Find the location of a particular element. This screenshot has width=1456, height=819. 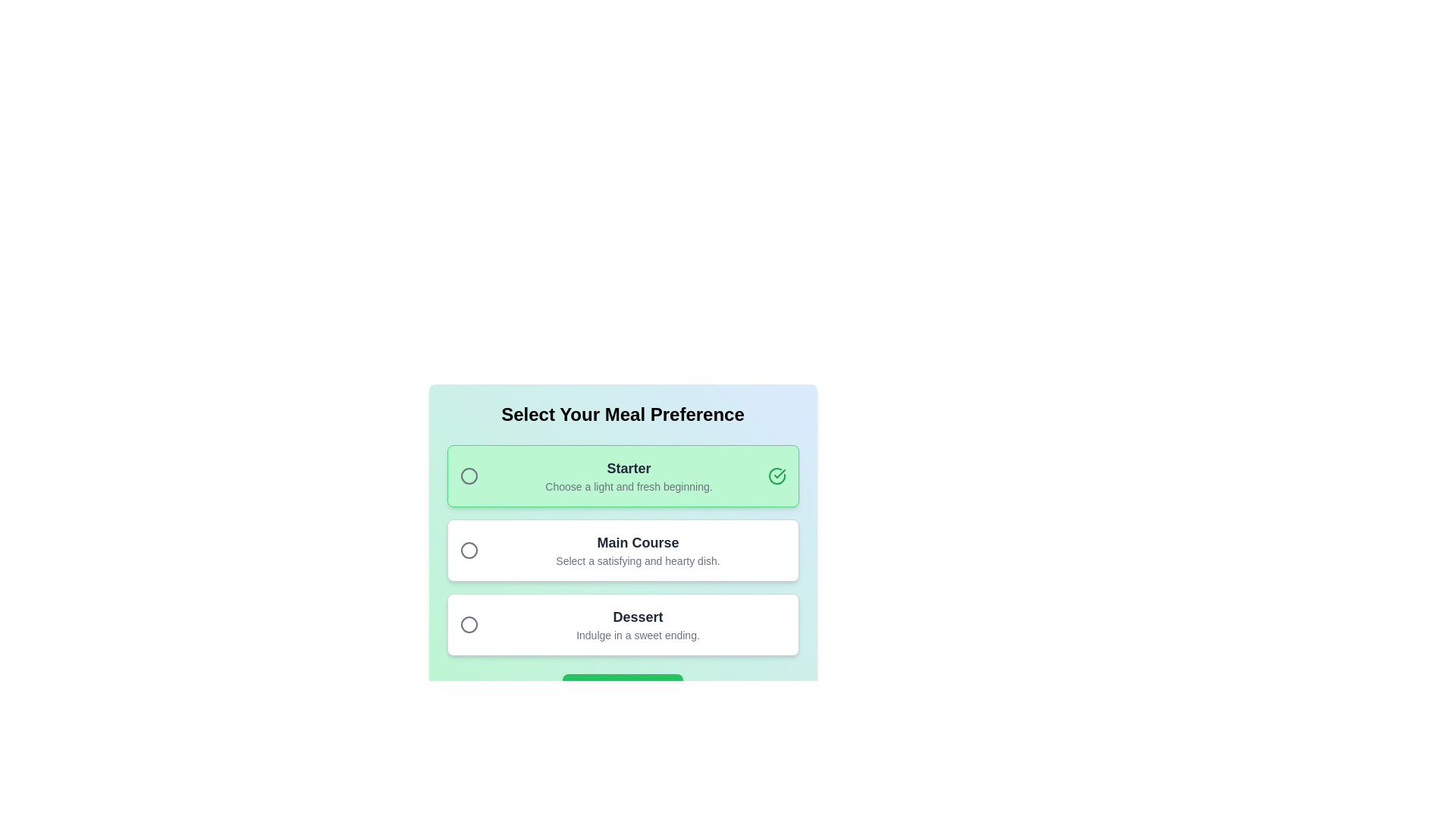

the SVG circle used as a radio button for the 'Dessert' option is located at coordinates (468, 625).